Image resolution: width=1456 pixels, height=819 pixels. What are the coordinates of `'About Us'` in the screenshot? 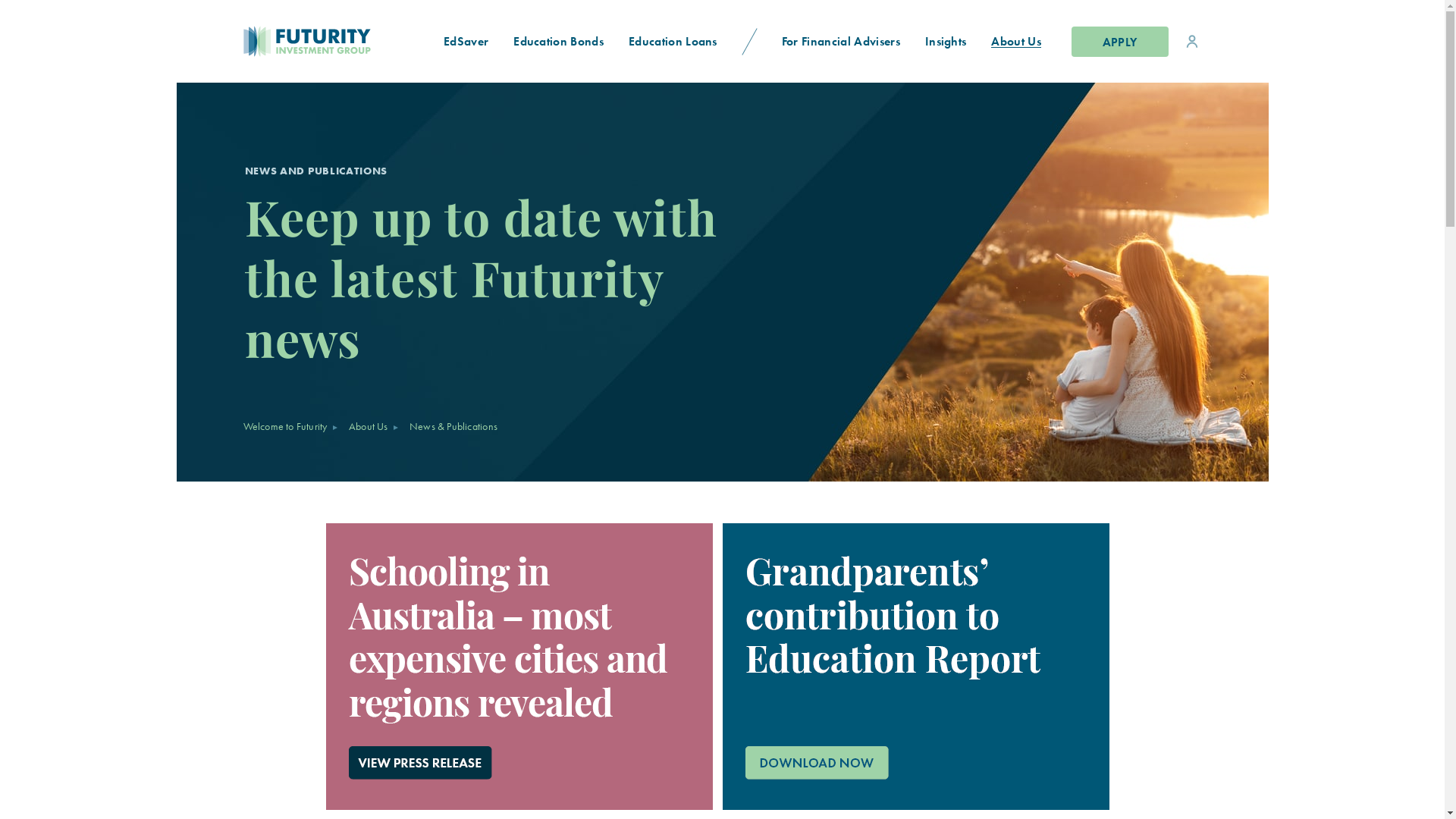 It's located at (368, 426).